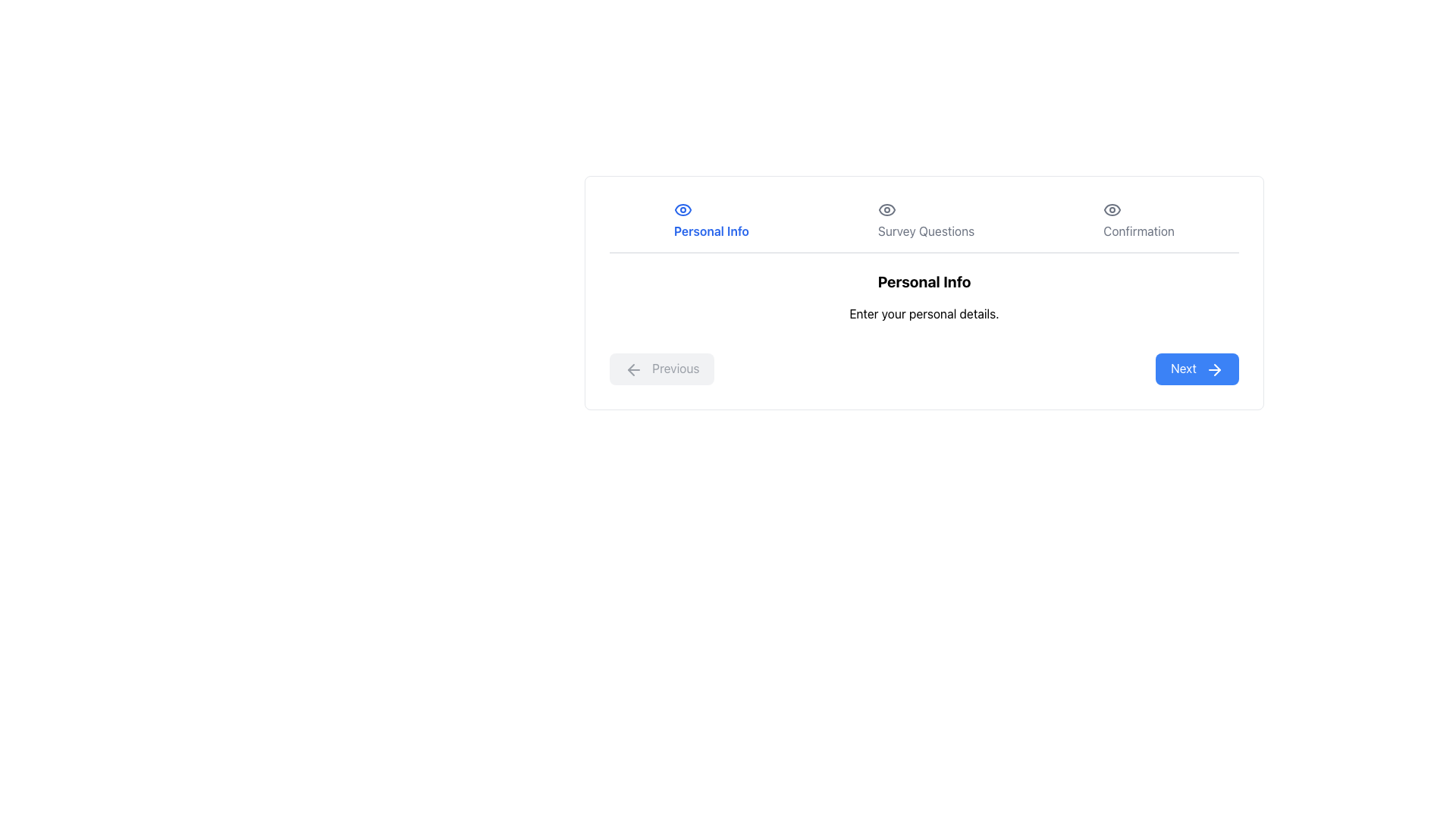 The image size is (1456, 819). What do you see at coordinates (633, 369) in the screenshot?
I see `the left-pointing arrow icon located in the left section of the 'Previous' button at the bottom left of the form interface` at bounding box center [633, 369].